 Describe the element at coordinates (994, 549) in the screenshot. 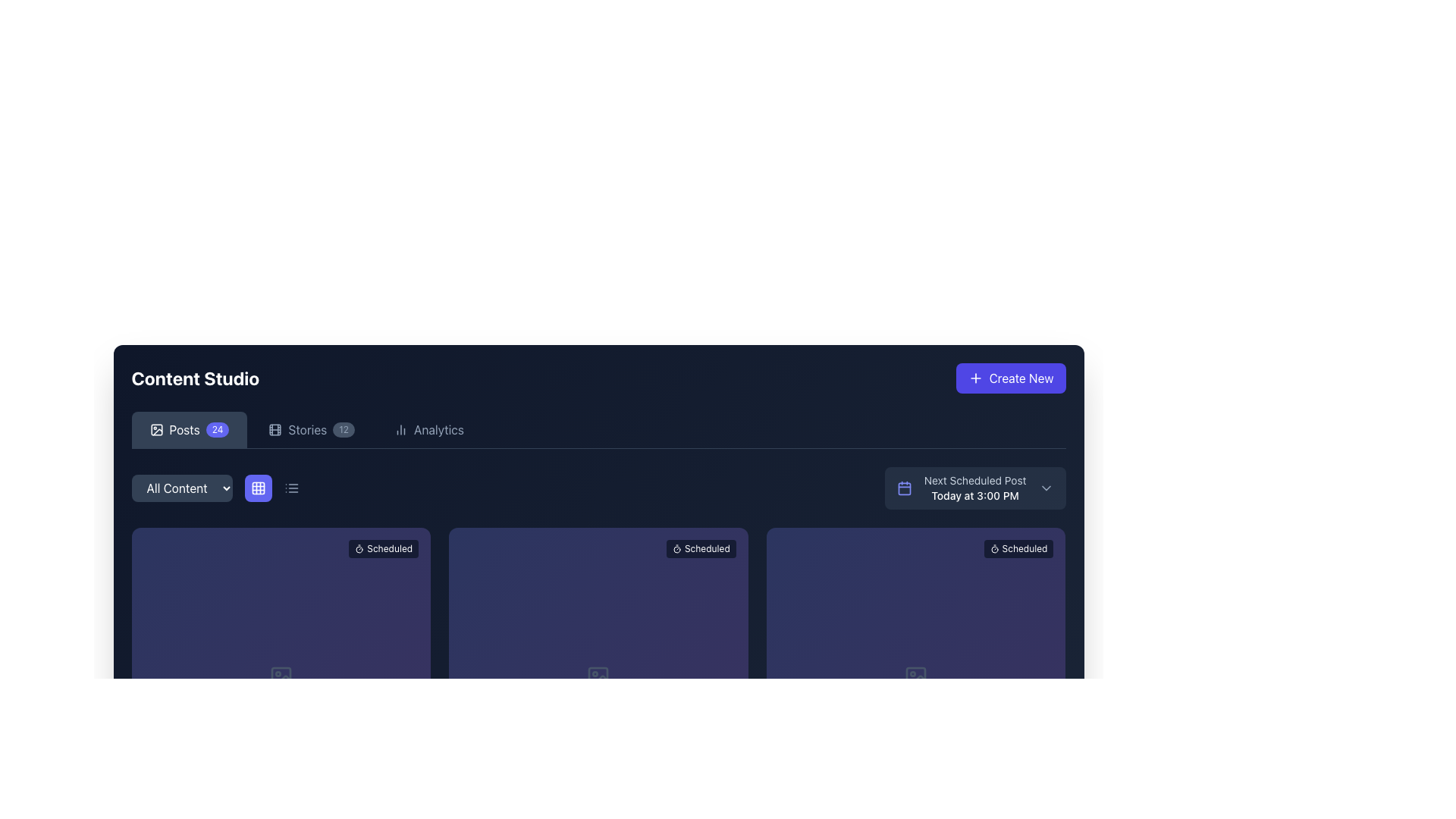

I see `the small circular timer icon styled as an SVG graphic located to the left of the 'Scheduled' text in the upper-right corner of the card layout` at that location.